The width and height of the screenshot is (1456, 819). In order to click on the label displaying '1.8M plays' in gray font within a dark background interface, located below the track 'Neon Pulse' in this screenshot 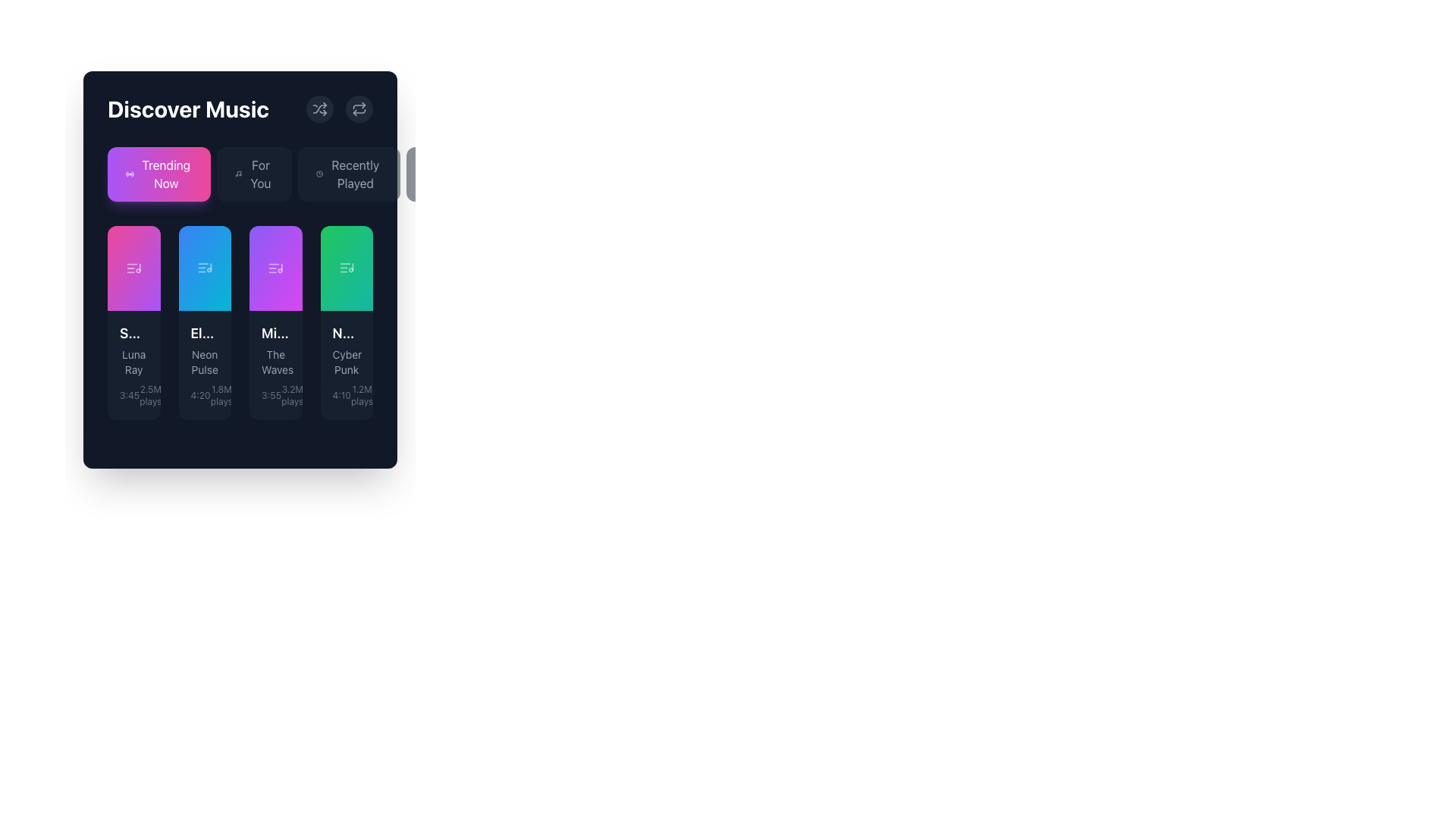, I will do `click(221, 394)`.